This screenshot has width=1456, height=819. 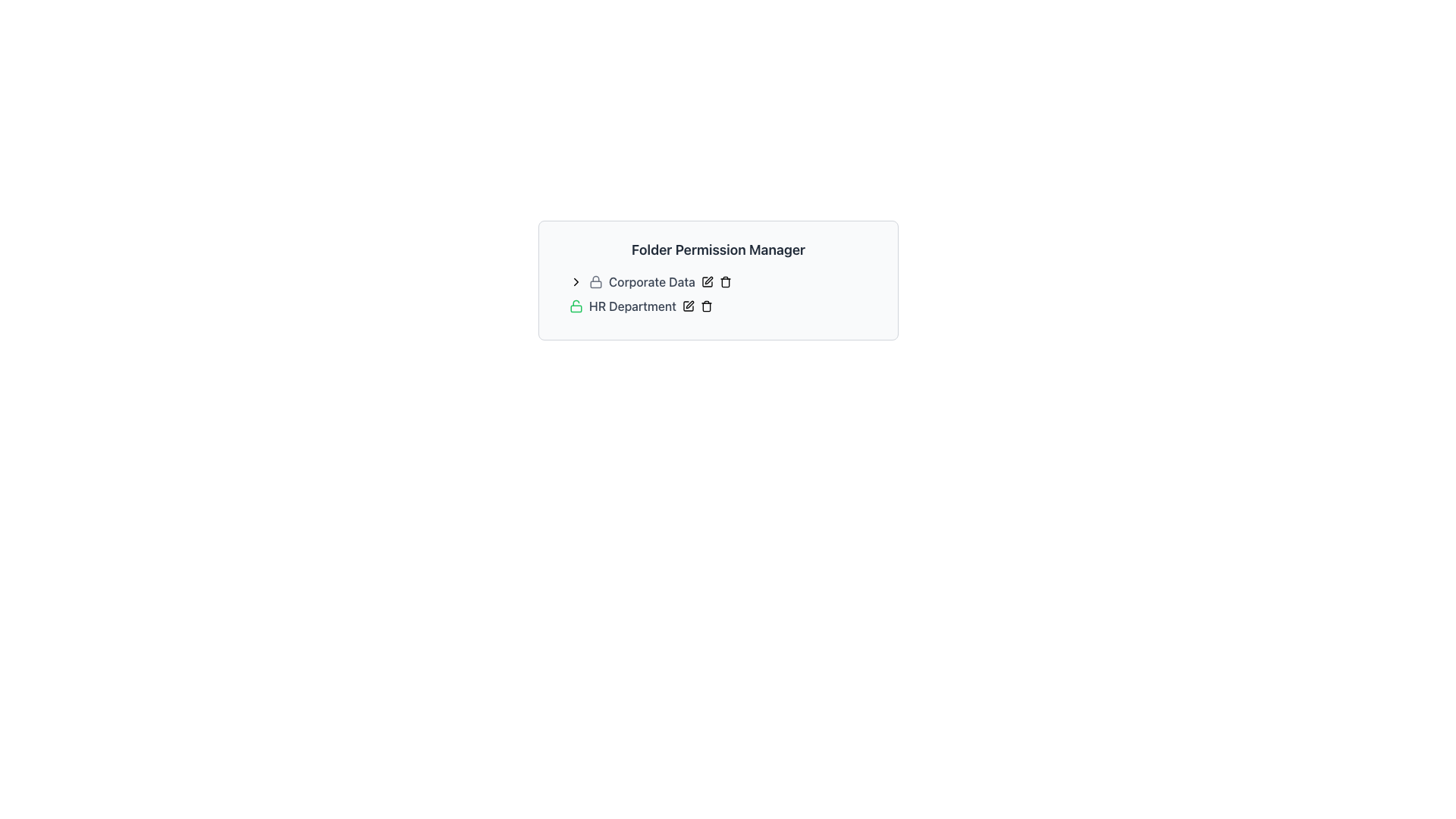 What do you see at coordinates (705, 307) in the screenshot?
I see `the rectangular trash bin icon located in the 'Folder Permission Manager' under the 'HR Department' section, which is the last icon in the second row` at bounding box center [705, 307].